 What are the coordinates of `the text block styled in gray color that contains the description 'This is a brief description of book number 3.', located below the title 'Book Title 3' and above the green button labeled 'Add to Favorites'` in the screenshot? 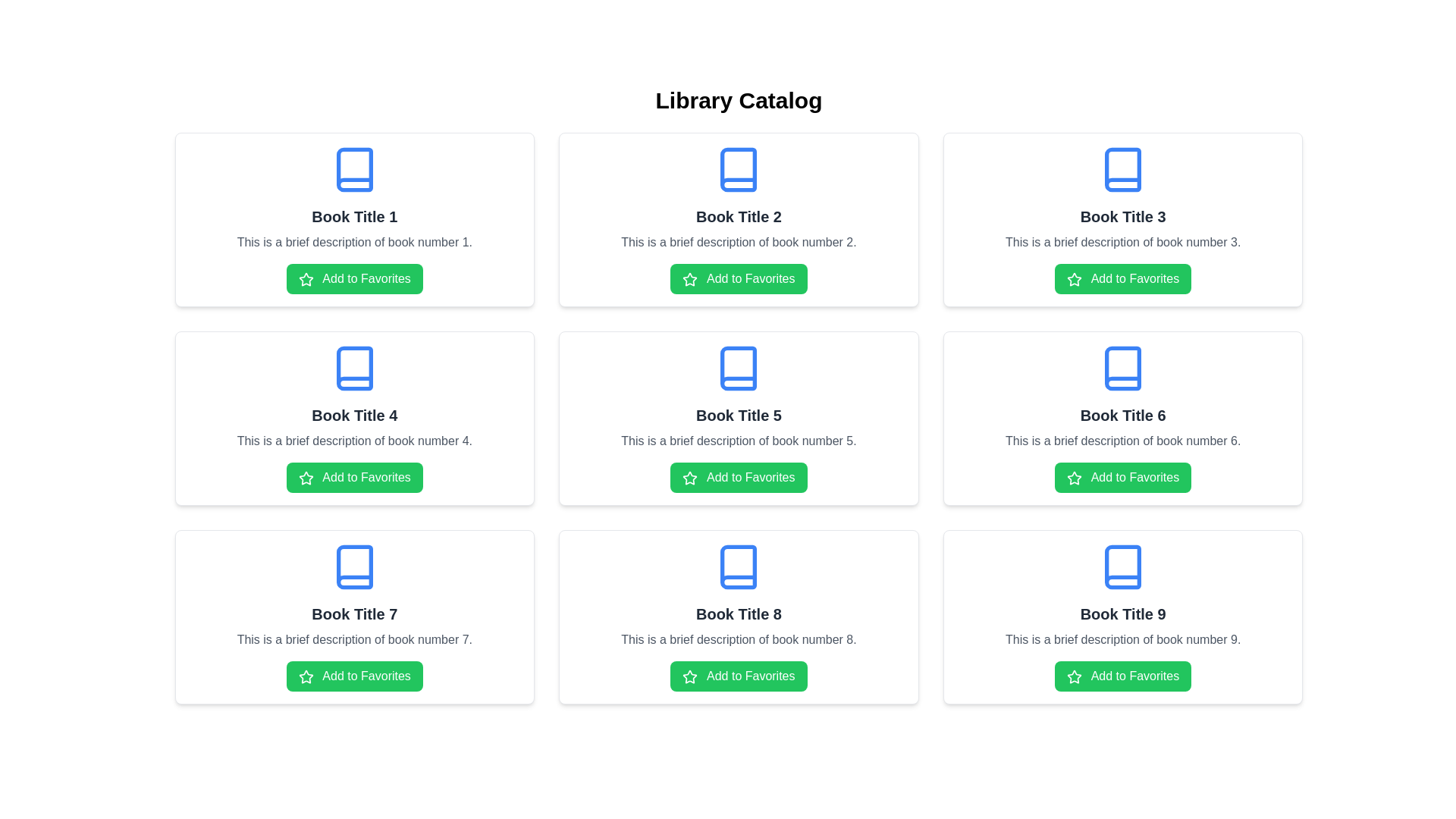 It's located at (1123, 242).